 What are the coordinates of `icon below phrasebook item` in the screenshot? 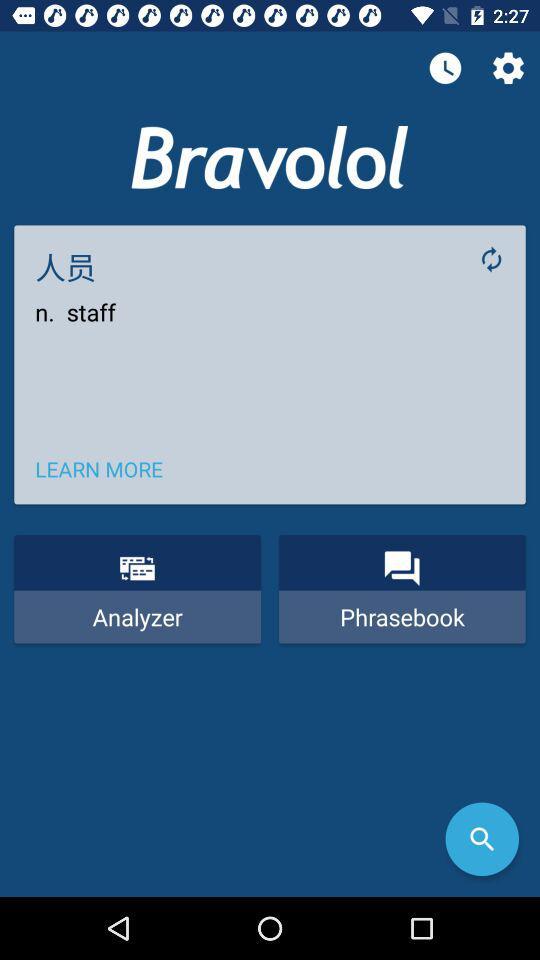 It's located at (481, 839).